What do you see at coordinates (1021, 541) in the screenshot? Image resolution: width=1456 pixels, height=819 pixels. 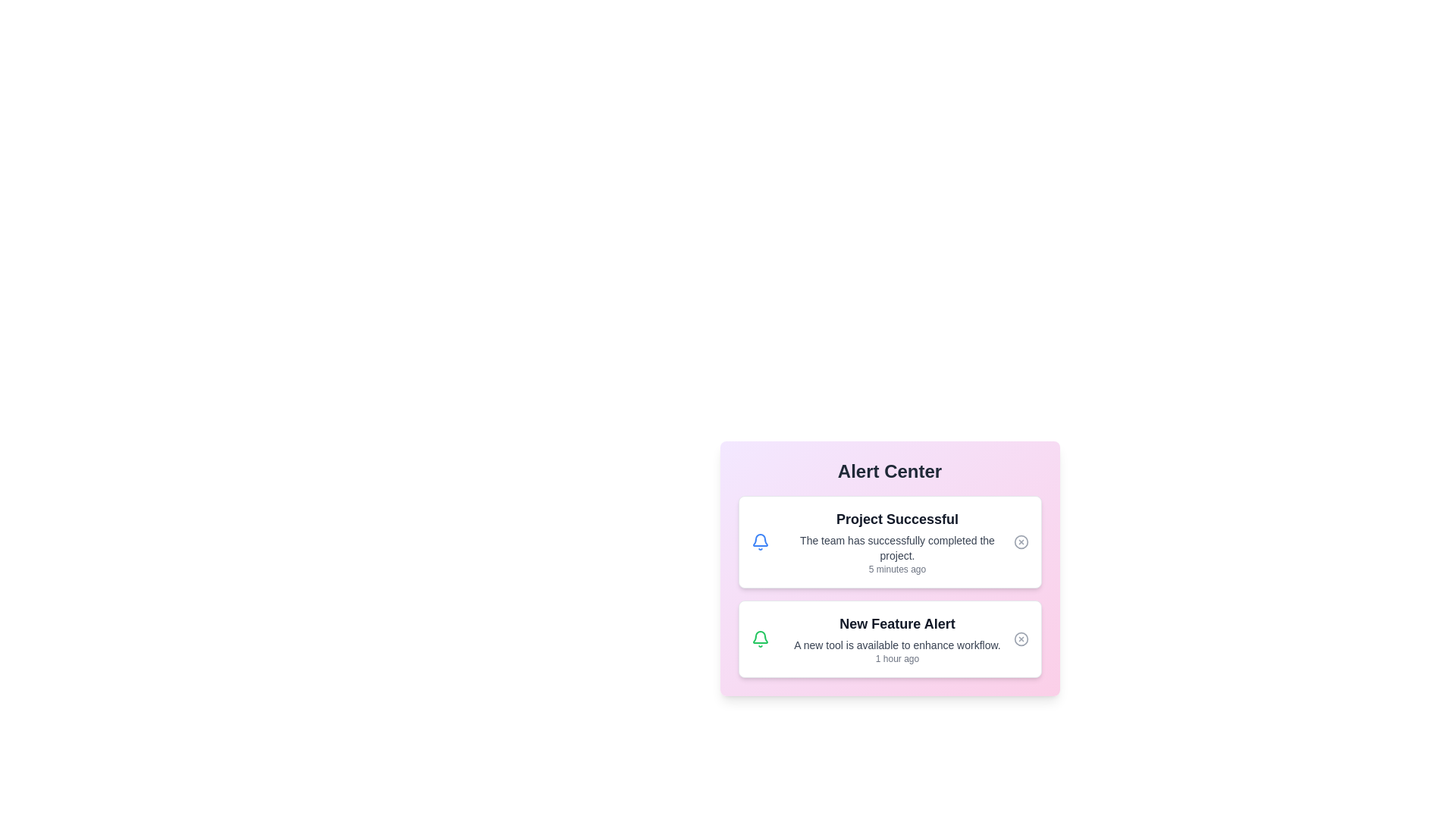 I see `close button for the notification titled 'Project Successful'` at bounding box center [1021, 541].